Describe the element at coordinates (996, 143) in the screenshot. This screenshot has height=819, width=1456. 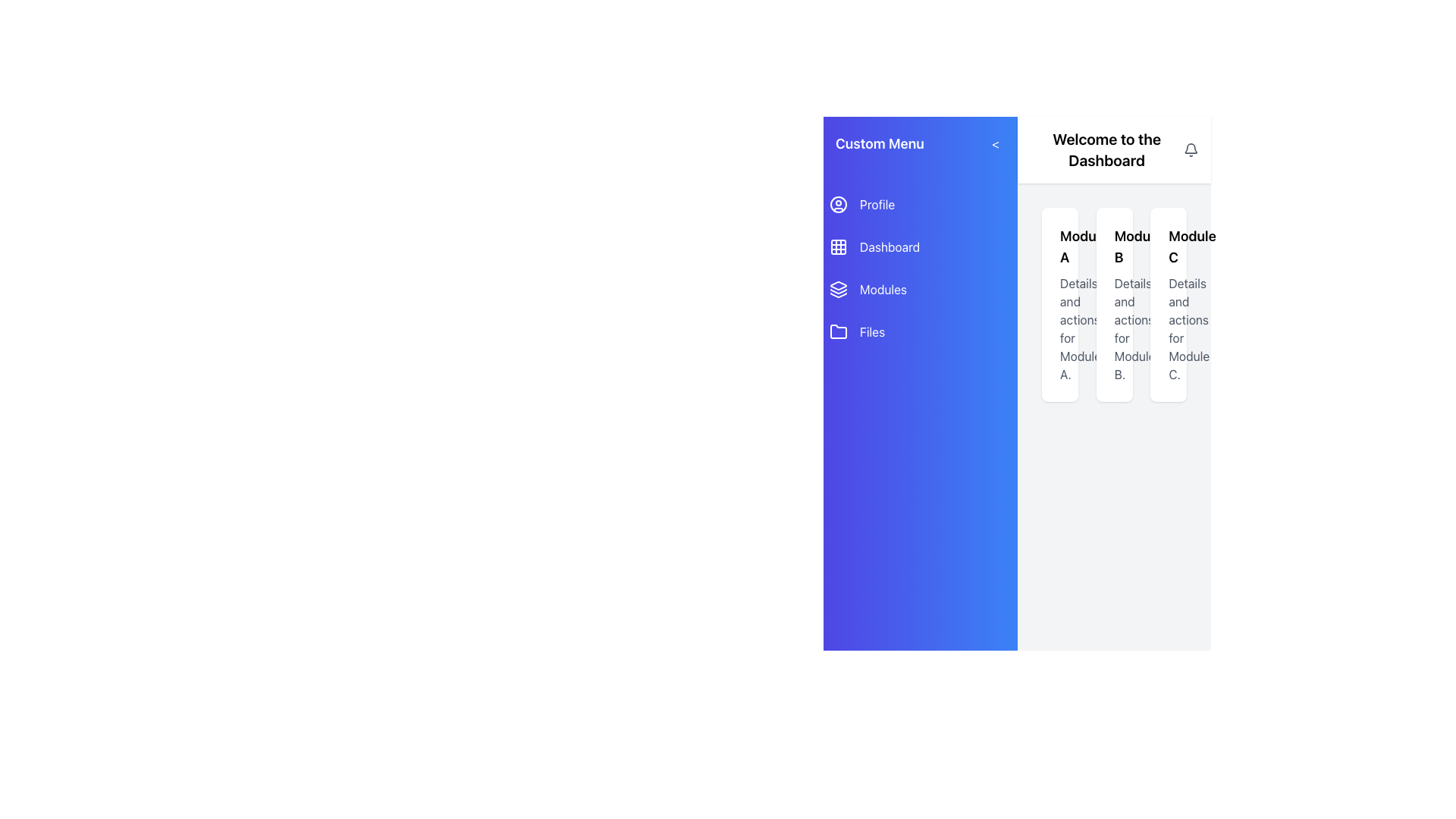
I see `the button located at the top-right corner of the vertical blue menu section labeled 'Custom Menu'` at that location.